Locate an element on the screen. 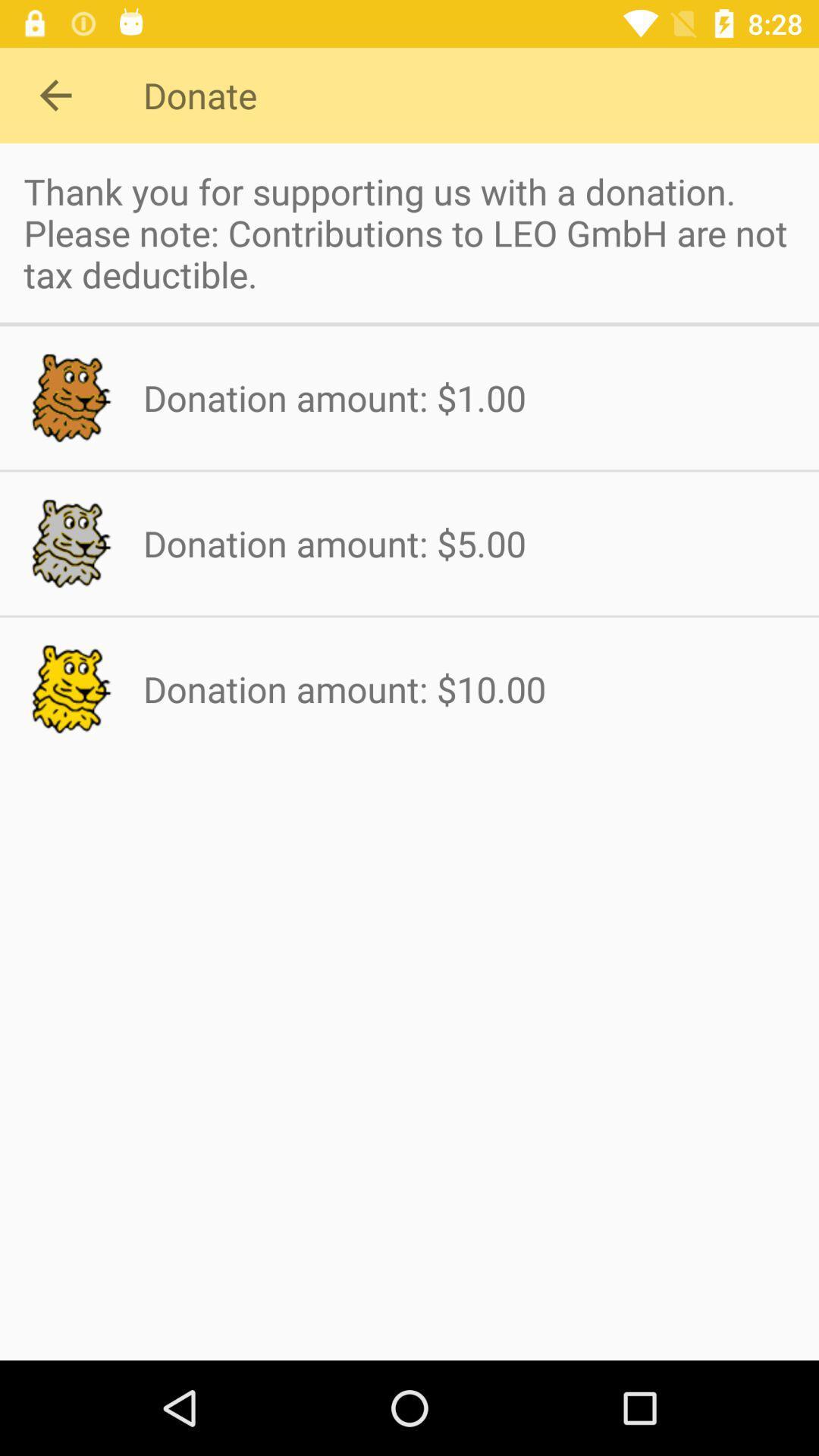 The width and height of the screenshot is (819, 1456). the icon above thank you for item is located at coordinates (55, 94).